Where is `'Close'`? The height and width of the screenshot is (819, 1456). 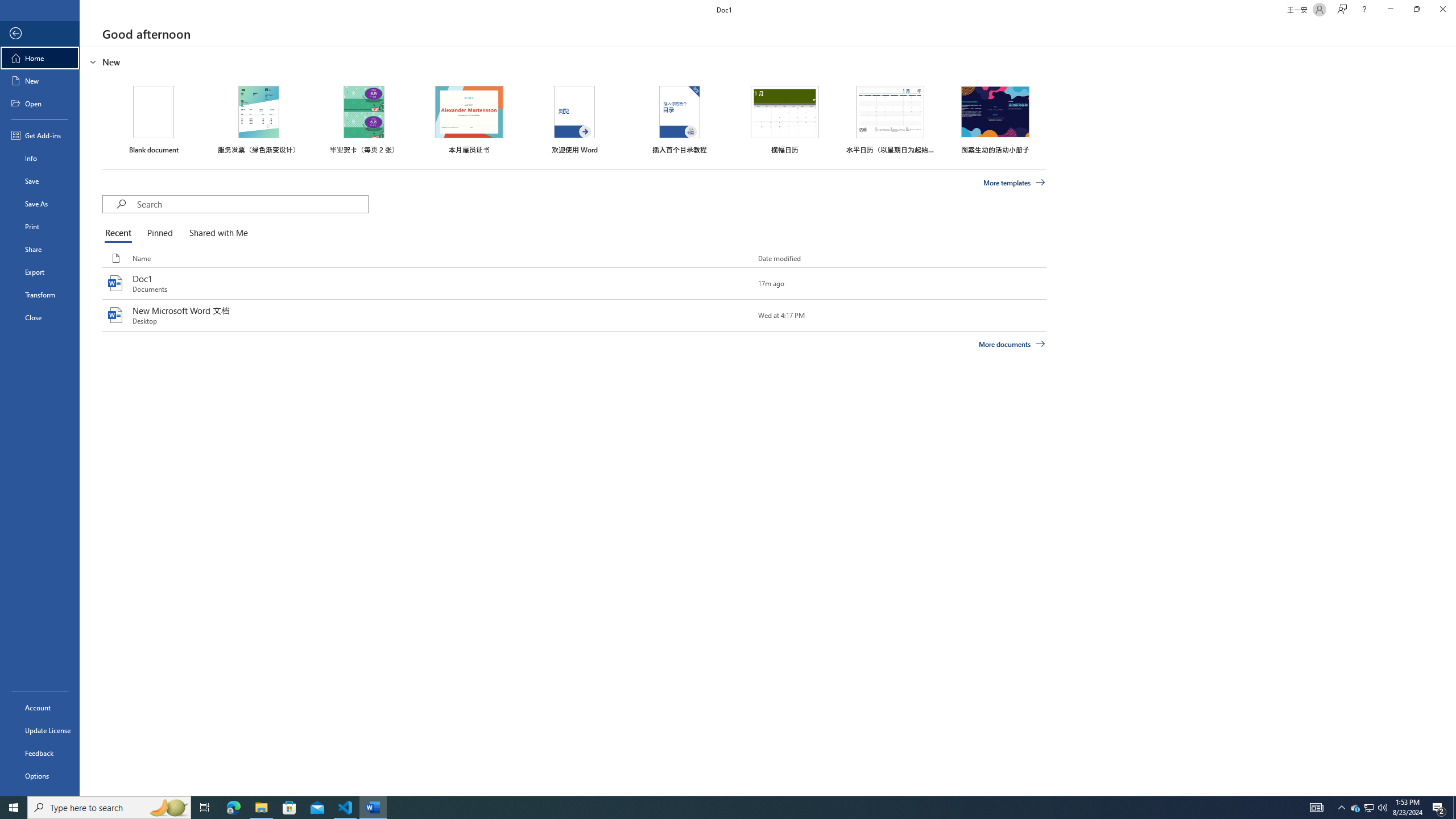
'Close' is located at coordinates (39, 317).